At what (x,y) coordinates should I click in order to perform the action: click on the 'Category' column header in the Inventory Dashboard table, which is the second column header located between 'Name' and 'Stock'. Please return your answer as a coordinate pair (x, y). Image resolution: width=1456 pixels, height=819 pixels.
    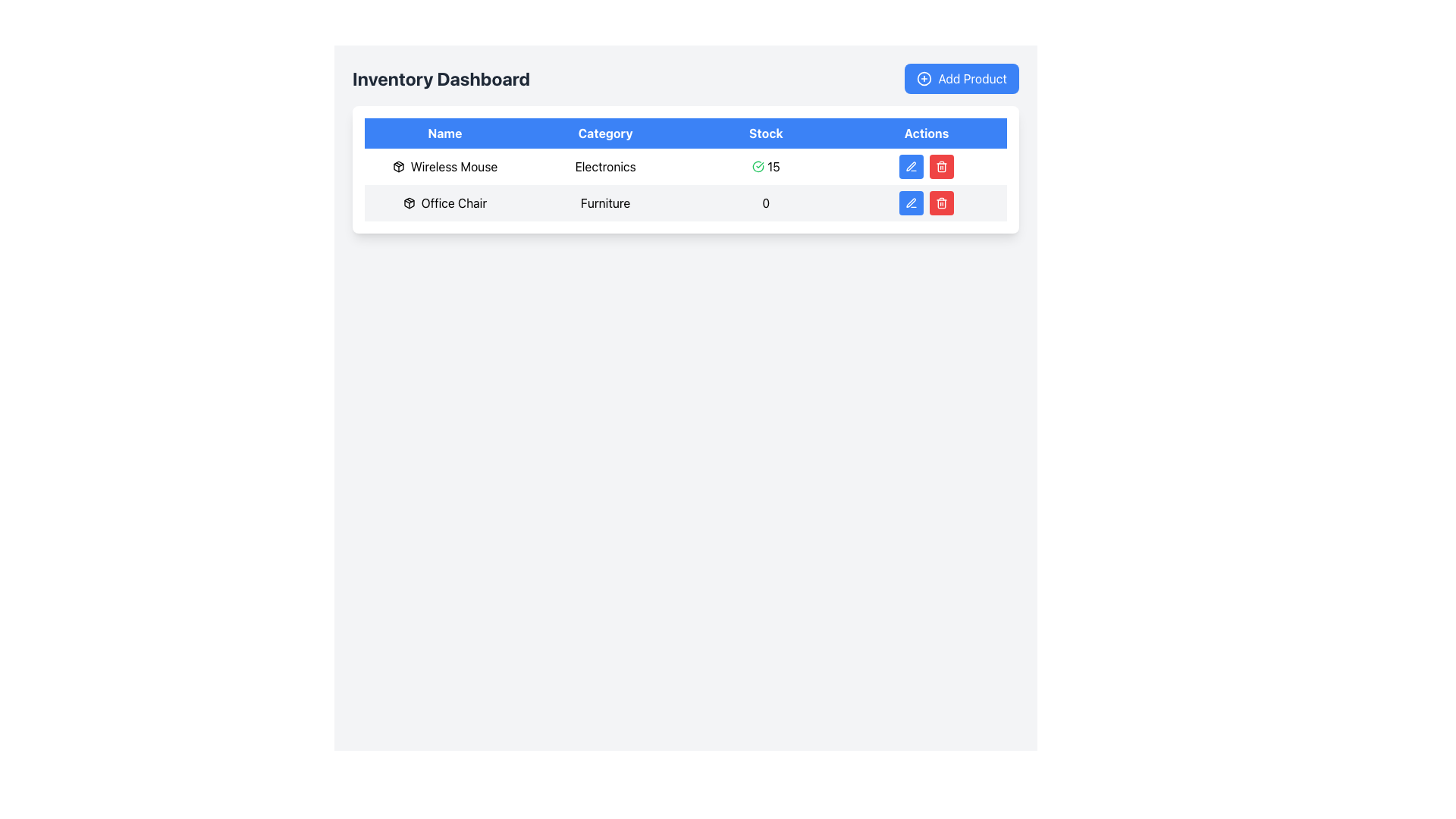
    Looking at the image, I should click on (604, 133).